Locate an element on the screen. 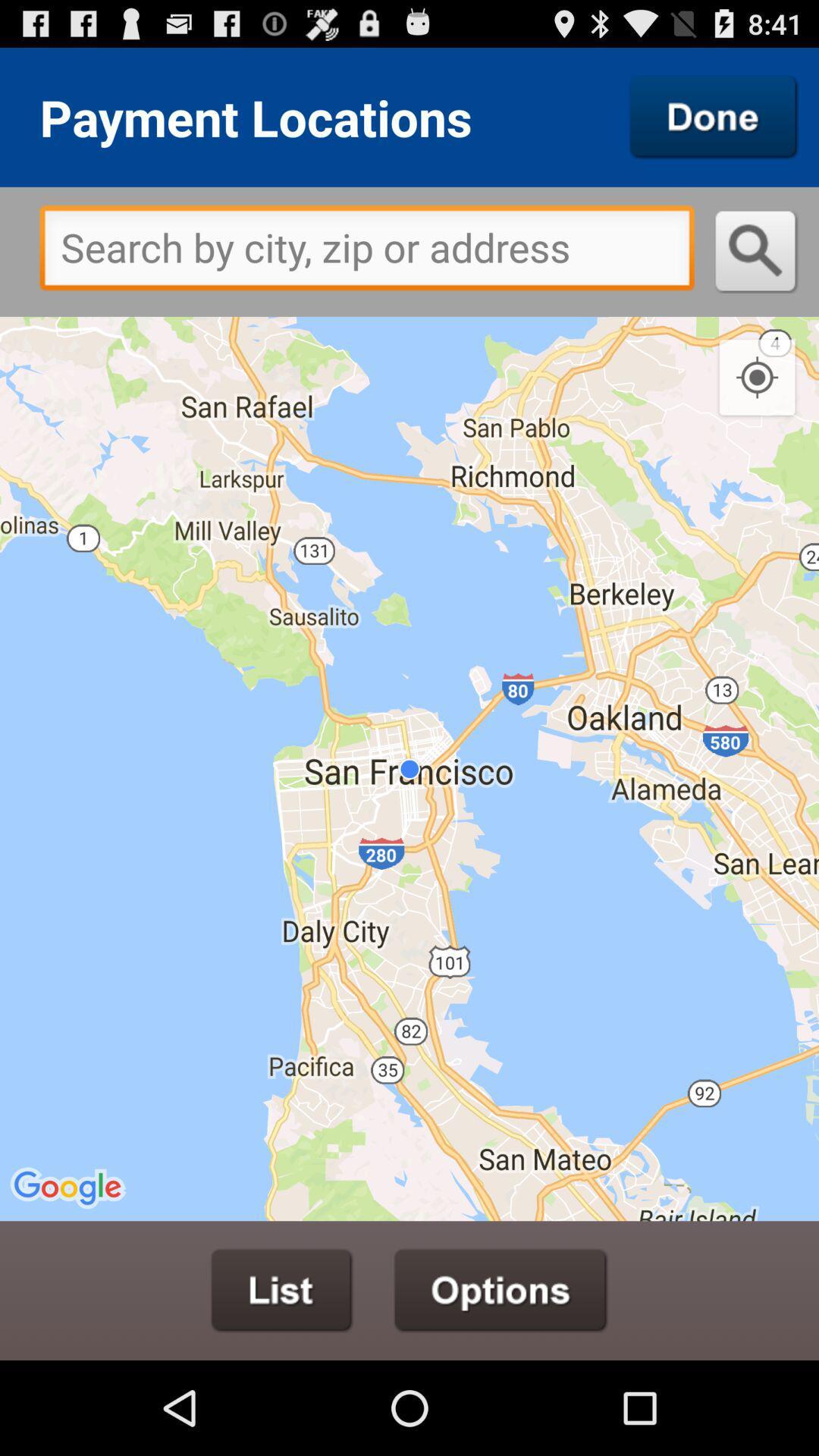 The image size is (819, 1456). city zip or address to search is located at coordinates (367, 252).